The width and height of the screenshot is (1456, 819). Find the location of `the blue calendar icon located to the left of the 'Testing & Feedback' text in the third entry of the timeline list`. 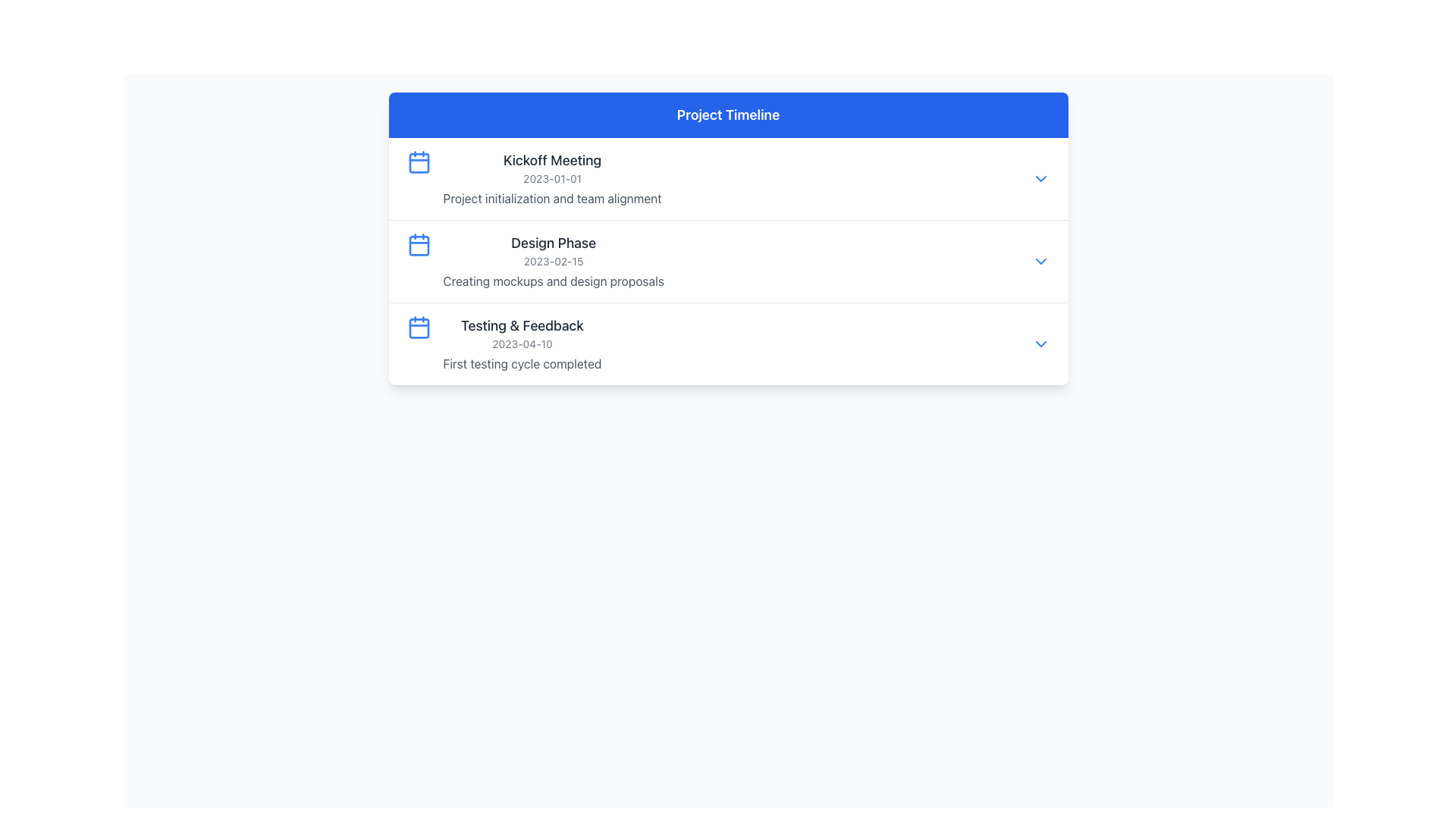

the blue calendar icon located to the left of the 'Testing & Feedback' text in the third entry of the timeline list is located at coordinates (419, 327).